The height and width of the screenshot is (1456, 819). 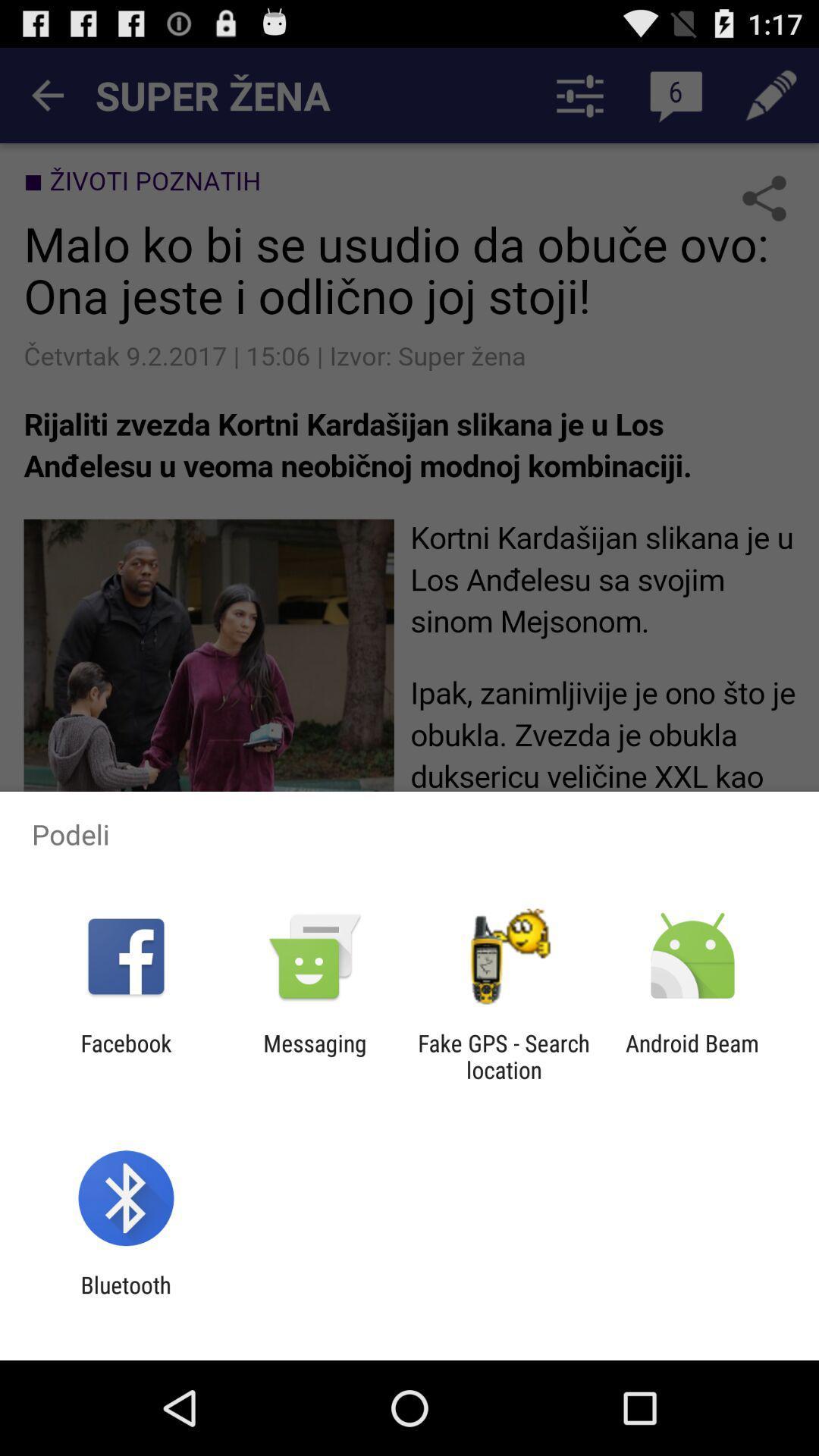 What do you see at coordinates (314, 1056) in the screenshot?
I see `icon to the right of facebook app` at bounding box center [314, 1056].